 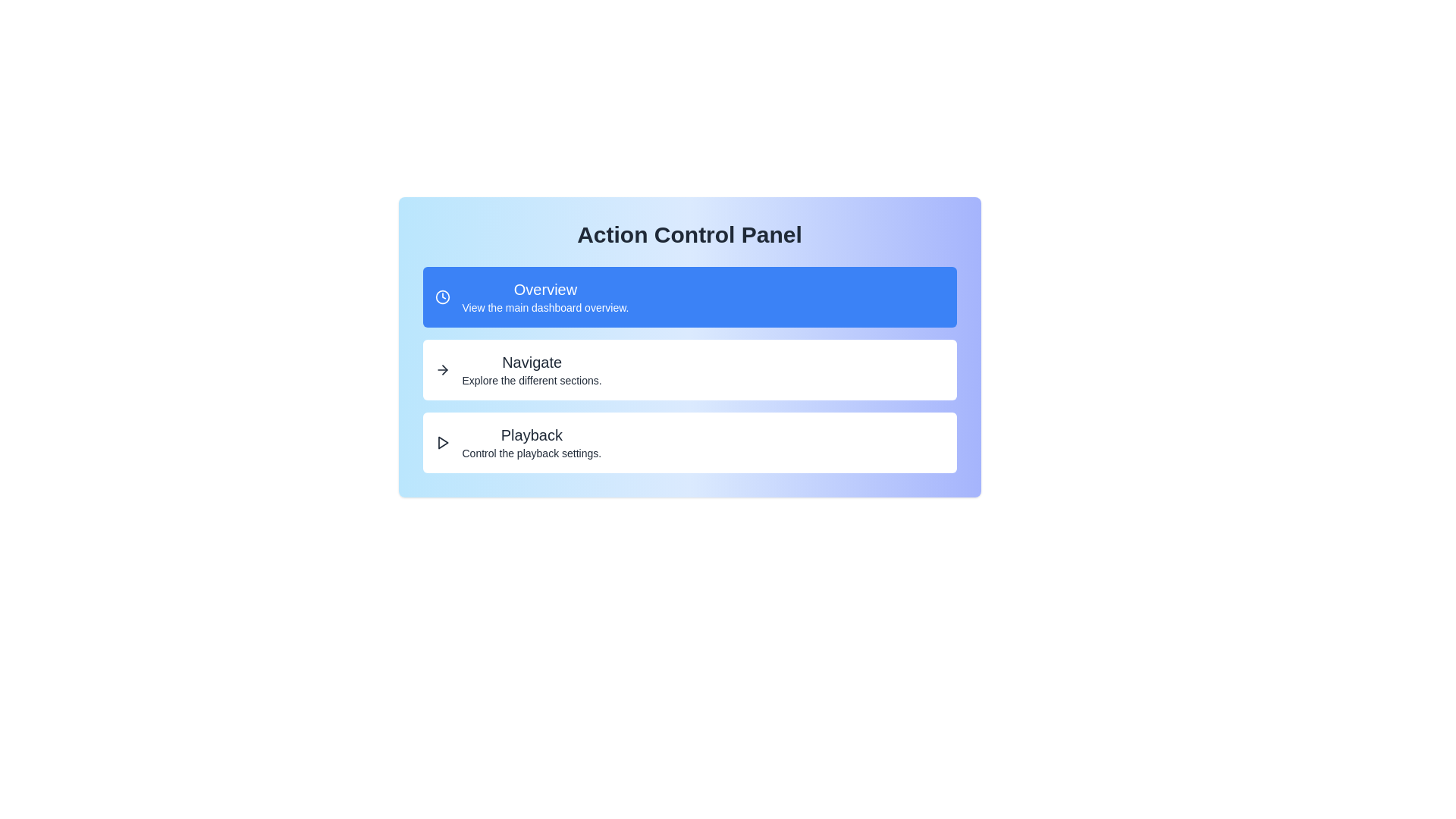 I want to click on the 'Overview' static text element, which is a bold label on a blue background, positioned at the top of the 'Action Control Panel' section, so click(x=545, y=289).